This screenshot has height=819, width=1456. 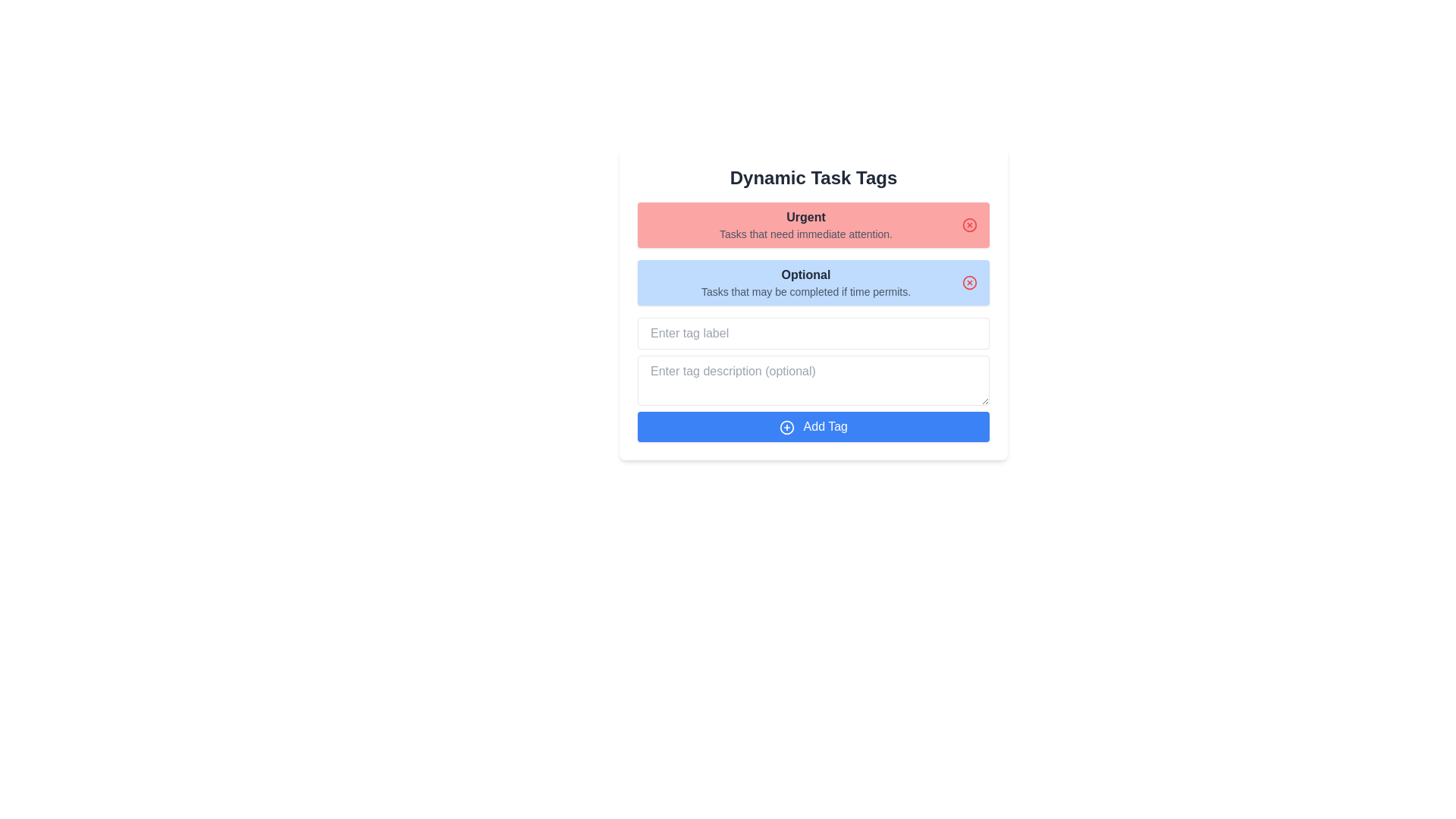 What do you see at coordinates (813, 379) in the screenshot?
I see `the second input field for tag description, which is styled with a border and rounded corners` at bounding box center [813, 379].